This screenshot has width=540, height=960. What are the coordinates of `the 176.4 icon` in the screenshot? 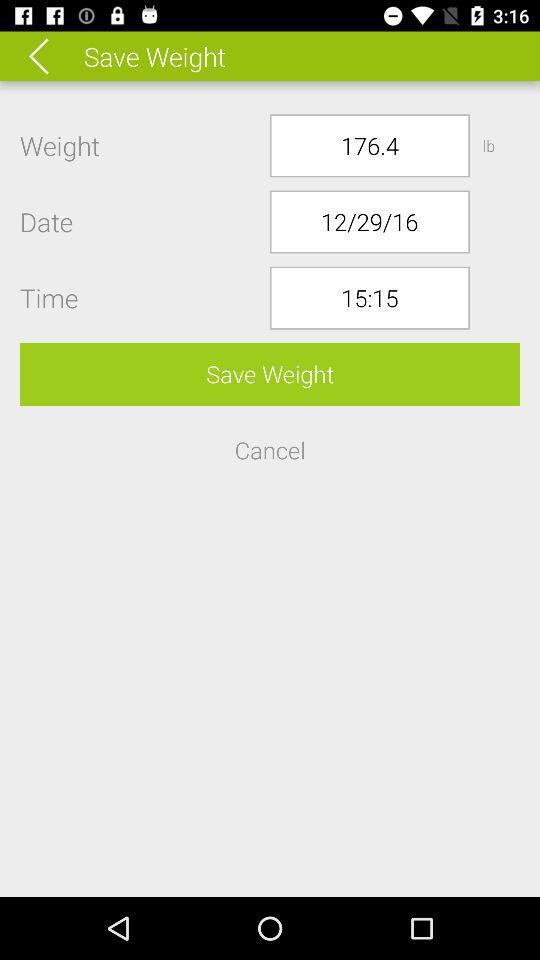 It's located at (368, 144).